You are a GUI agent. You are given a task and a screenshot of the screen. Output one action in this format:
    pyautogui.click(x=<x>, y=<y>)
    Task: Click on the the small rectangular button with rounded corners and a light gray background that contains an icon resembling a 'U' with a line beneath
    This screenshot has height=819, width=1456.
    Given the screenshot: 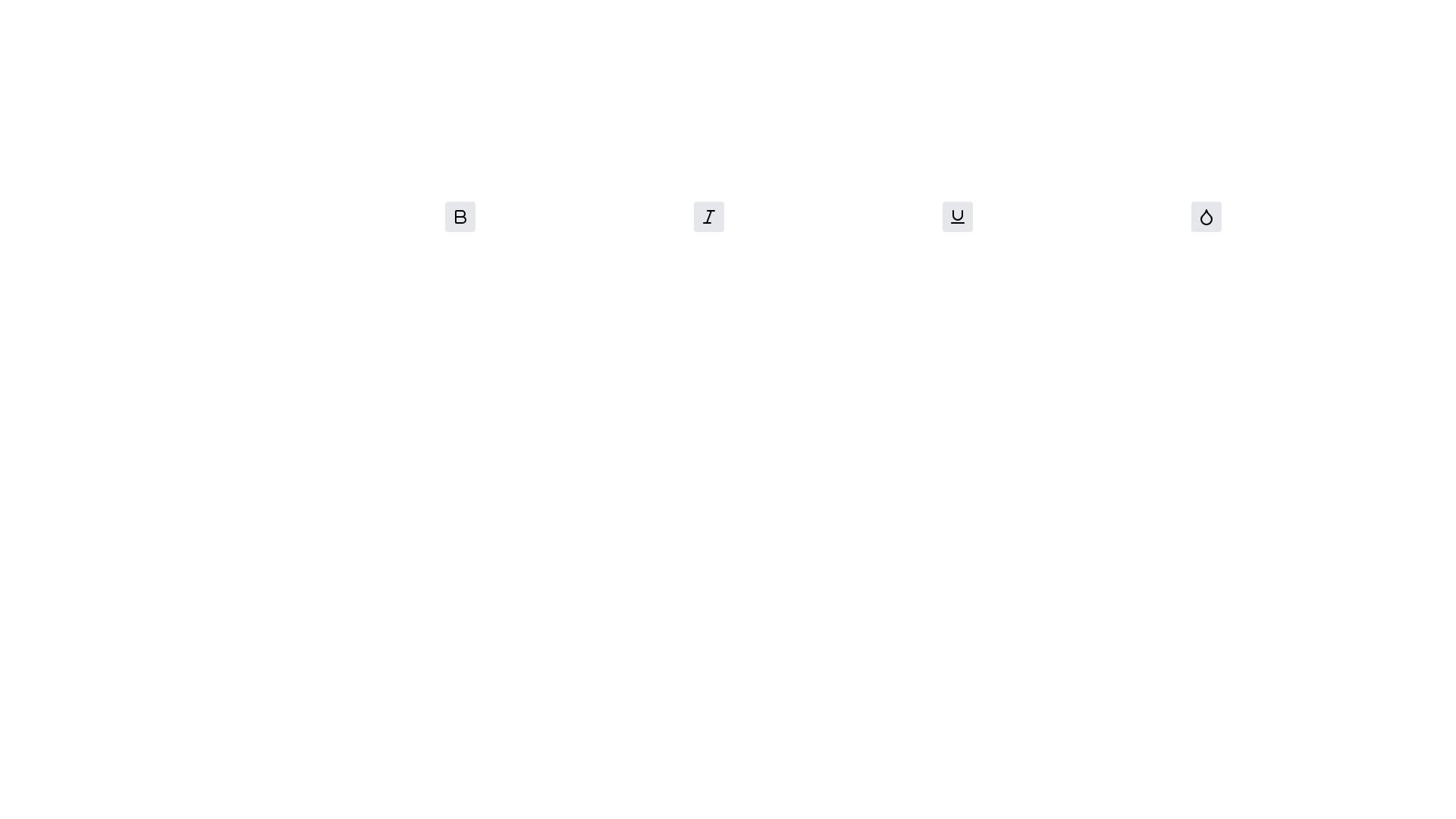 What is the action you would take?
    pyautogui.click(x=956, y=216)
    